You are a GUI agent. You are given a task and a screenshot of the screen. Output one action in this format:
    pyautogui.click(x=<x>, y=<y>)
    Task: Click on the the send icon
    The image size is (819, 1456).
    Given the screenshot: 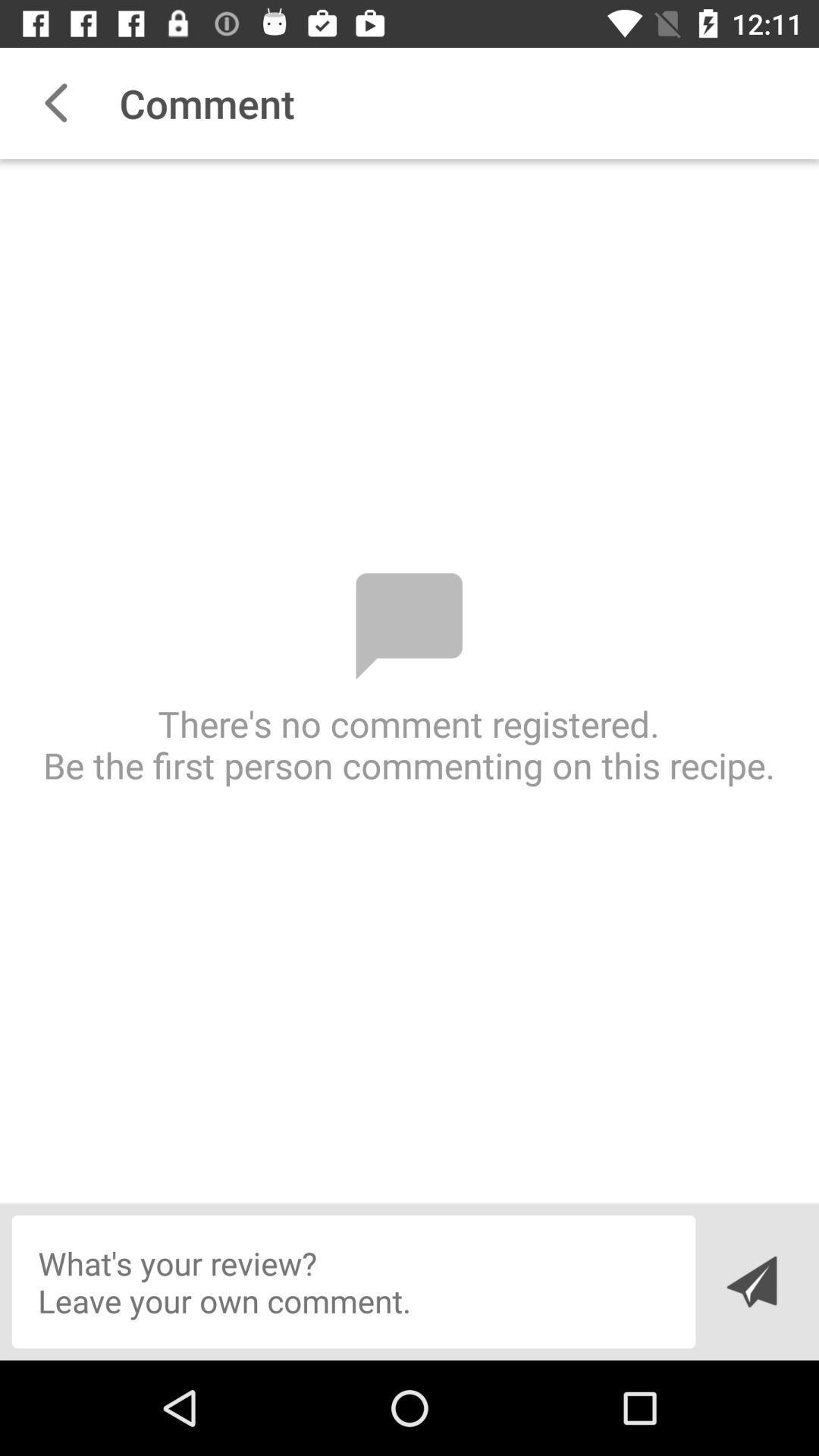 What is the action you would take?
    pyautogui.click(x=751, y=1281)
    